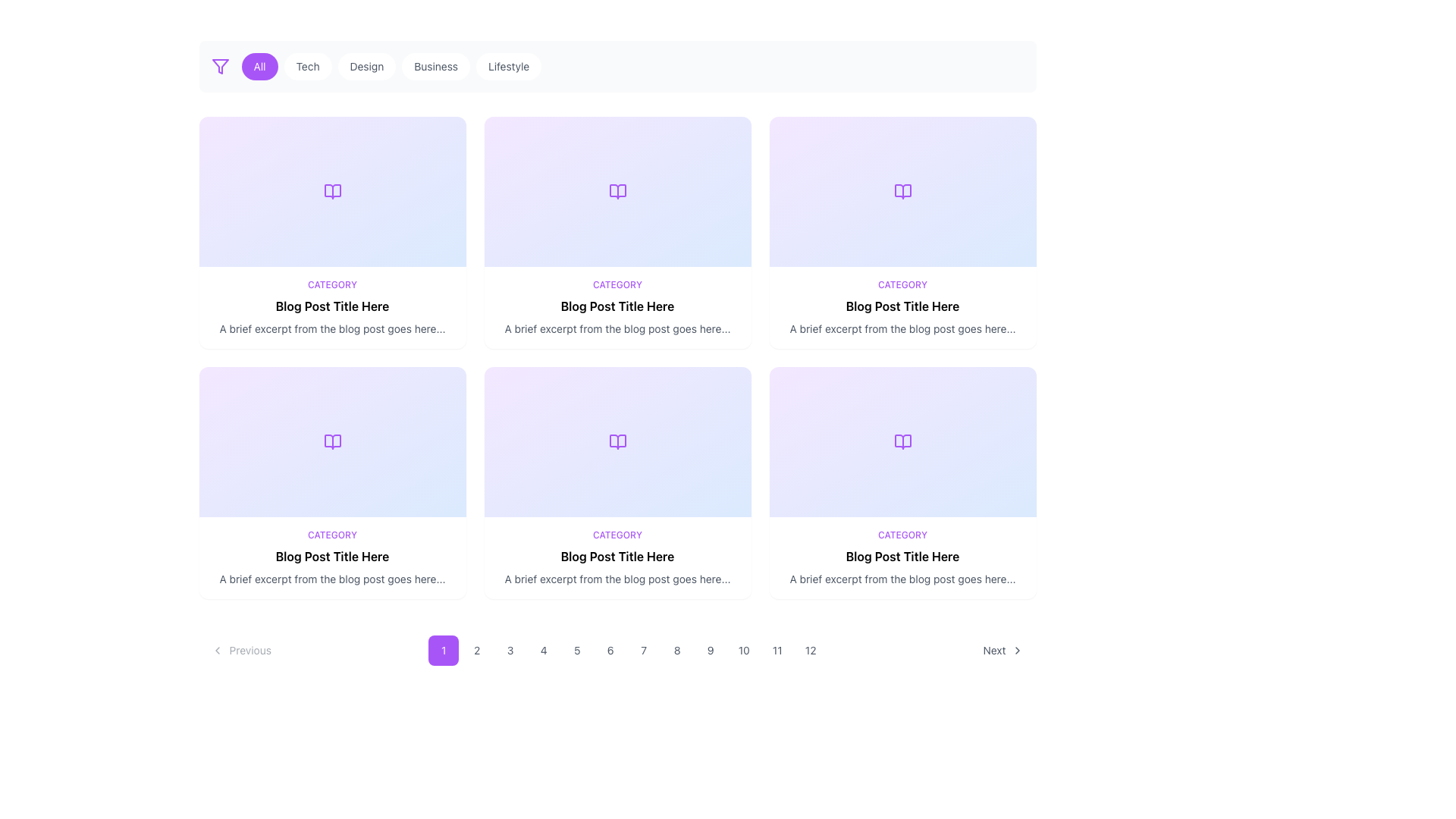 This screenshot has height=819, width=1456. Describe the element at coordinates (331, 191) in the screenshot. I see `the Decorative graphic element, which features a gradient background from purple to blue and contains a purple line-style book icon, located in the top-left corner of the grid layout` at that location.